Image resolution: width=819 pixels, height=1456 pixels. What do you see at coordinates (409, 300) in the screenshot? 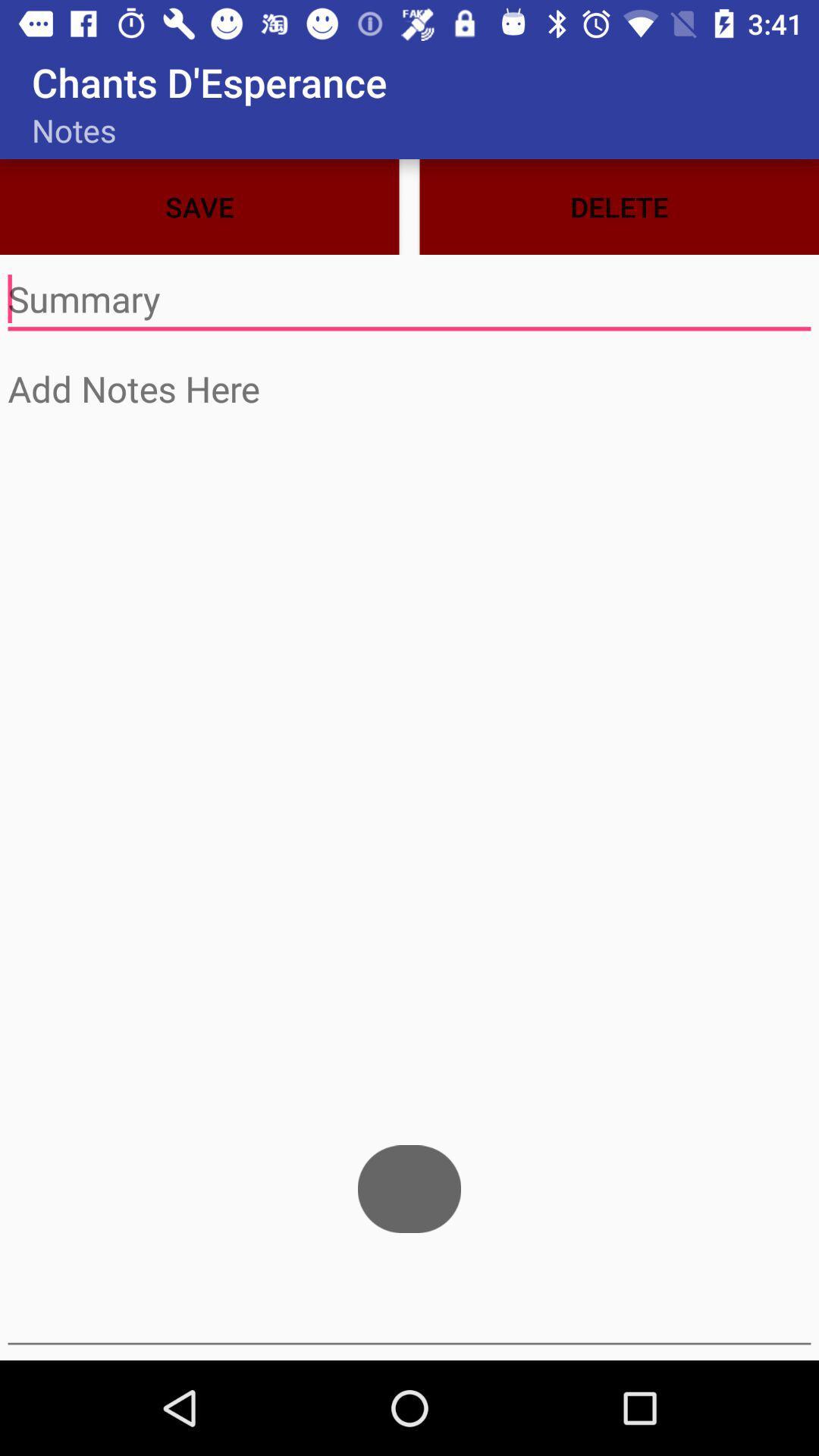
I see `type summary` at bounding box center [409, 300].